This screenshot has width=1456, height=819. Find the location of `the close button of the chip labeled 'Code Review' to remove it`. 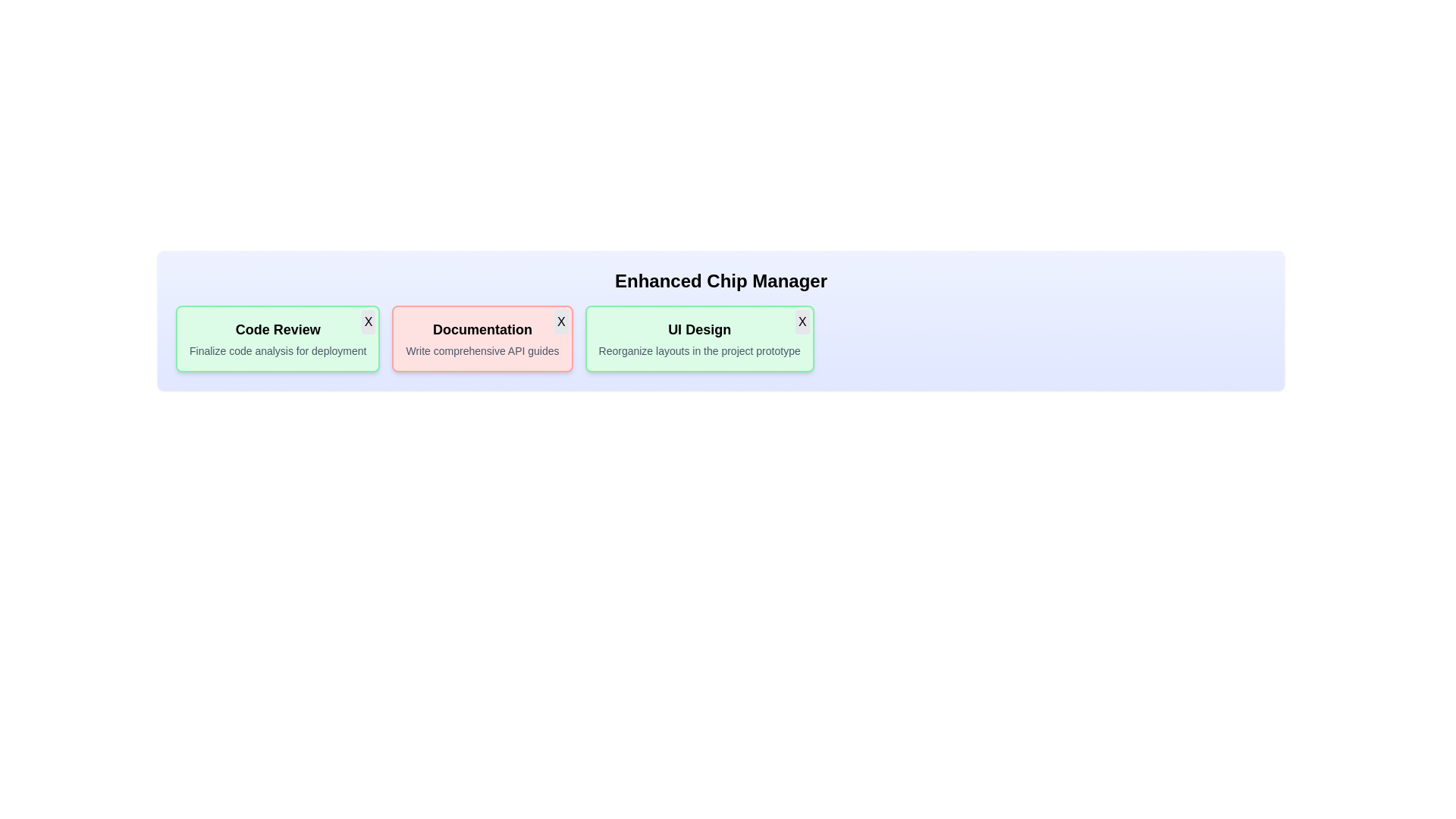

the close button of the chip labeled 'Code Review' to remove it is located at coordinates (368, 321).